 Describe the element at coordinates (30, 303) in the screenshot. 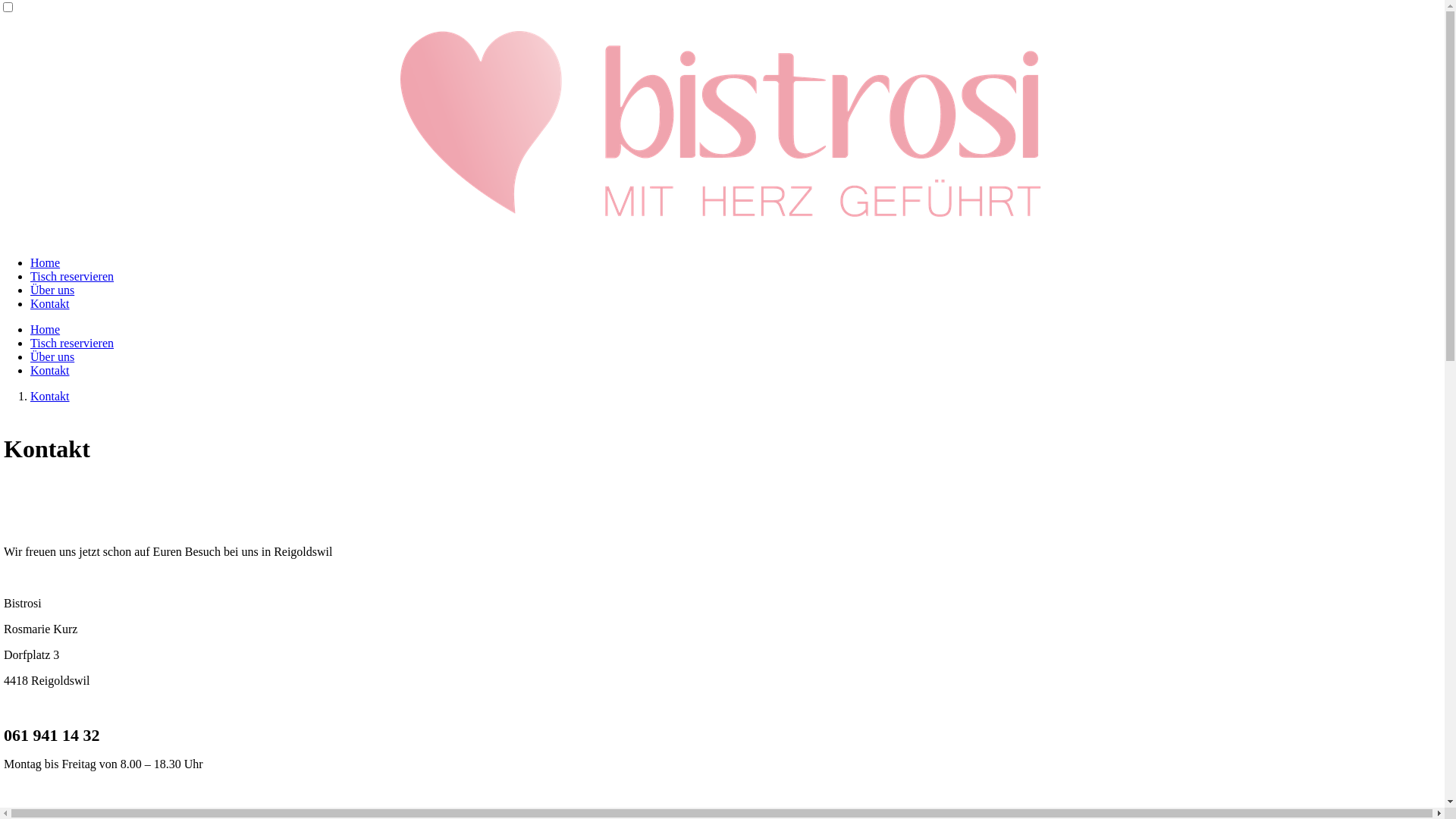

I see `'Kontakt'` at that location.